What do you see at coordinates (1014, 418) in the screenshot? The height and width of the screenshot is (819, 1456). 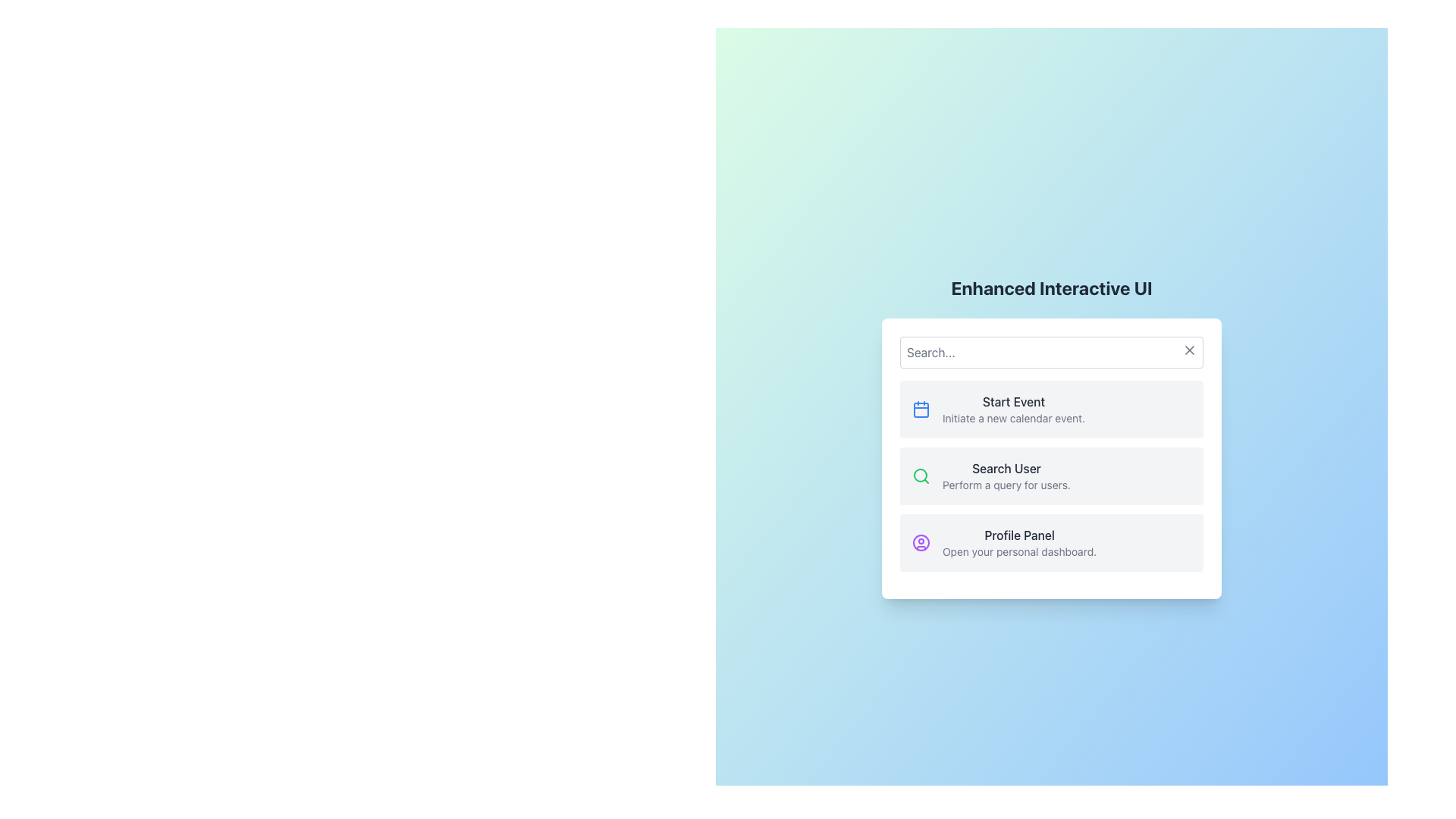 I see `supplementary descriptive text located beneath the 'Start Event' heading in the first option block of the modal, which is positioned below a calendar icon` at bounding box center [1014, 418].